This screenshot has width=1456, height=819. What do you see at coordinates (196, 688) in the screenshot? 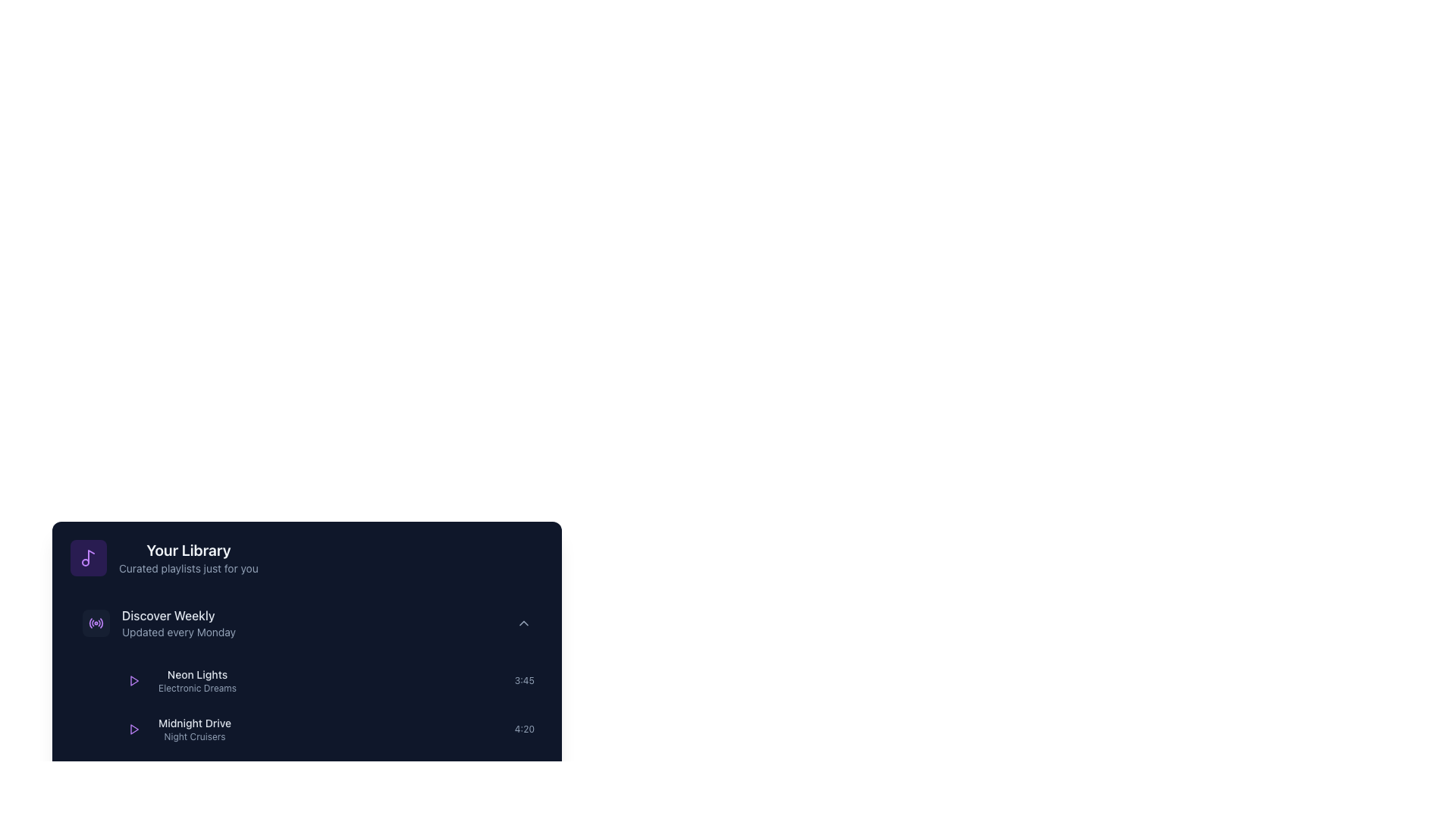
I see `the subtitle text located beneath the 'Neon Lights' title, providing additional context or description about the item` at bounding box center [196, 688].